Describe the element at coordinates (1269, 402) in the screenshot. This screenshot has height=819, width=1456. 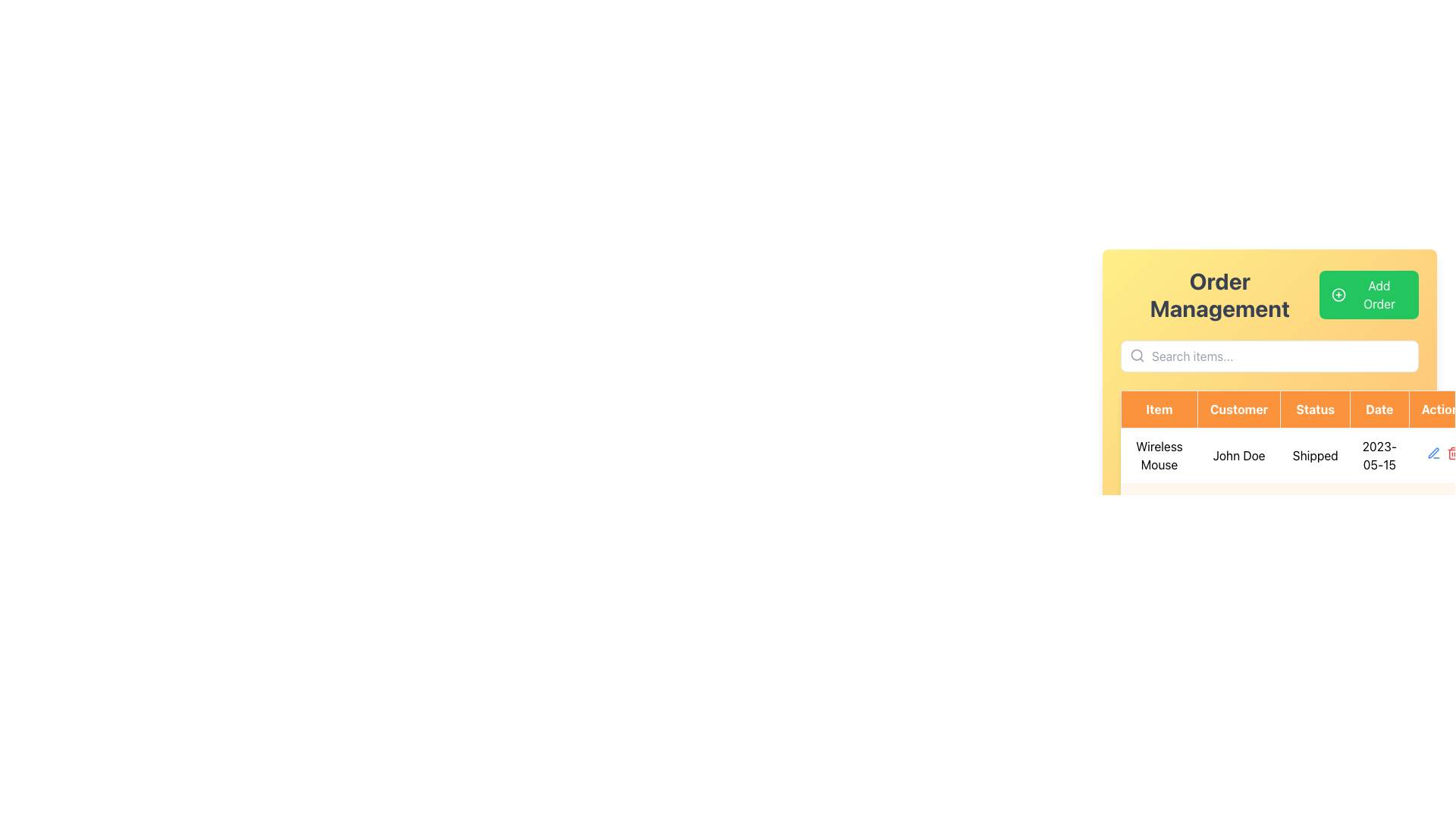
I see `the second header from the left in the table, which serves as a label for the associated data entries, located below the search bar` at that location.